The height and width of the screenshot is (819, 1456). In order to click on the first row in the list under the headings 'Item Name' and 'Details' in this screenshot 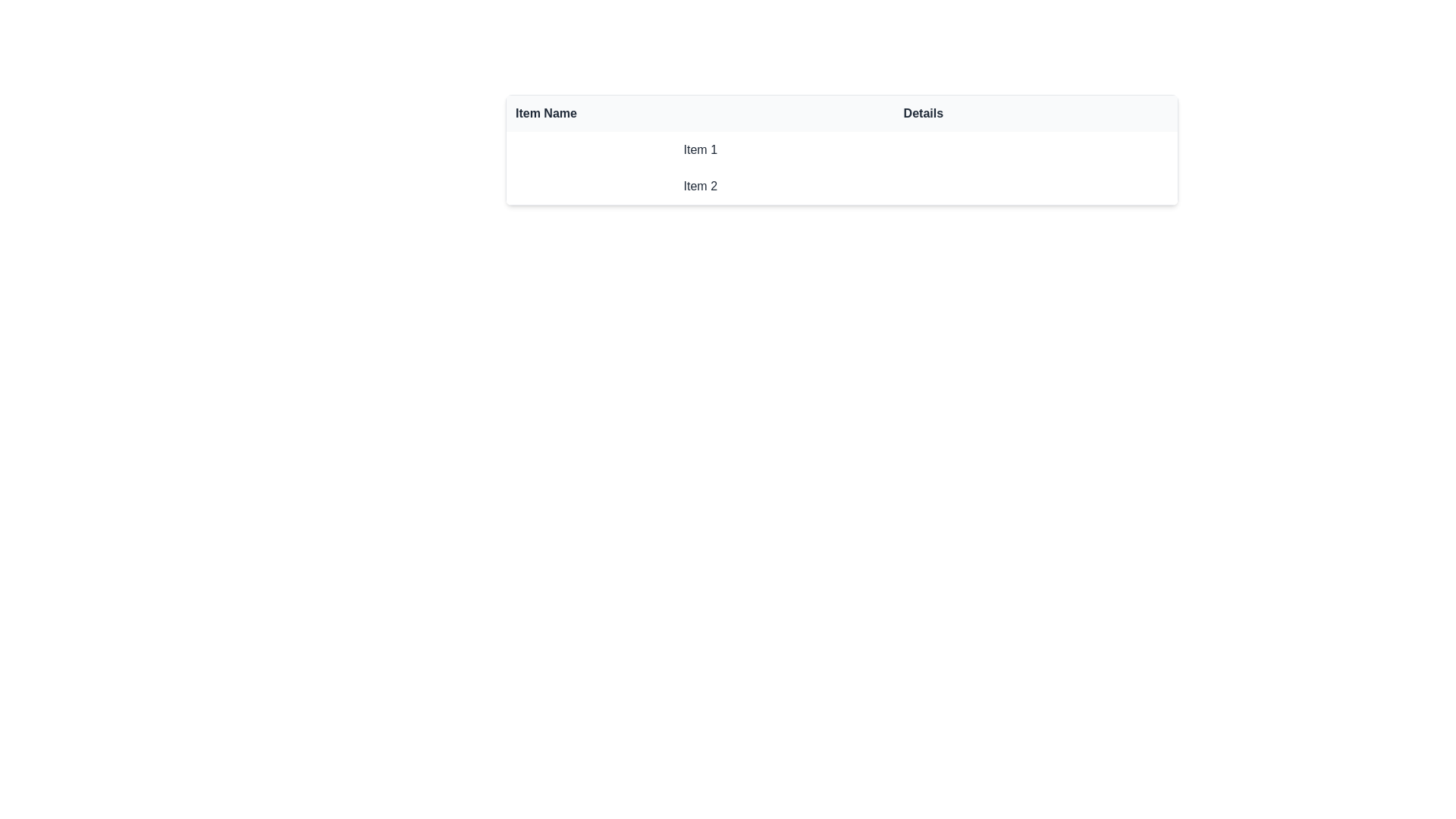, I will do `click(841, 149)`.